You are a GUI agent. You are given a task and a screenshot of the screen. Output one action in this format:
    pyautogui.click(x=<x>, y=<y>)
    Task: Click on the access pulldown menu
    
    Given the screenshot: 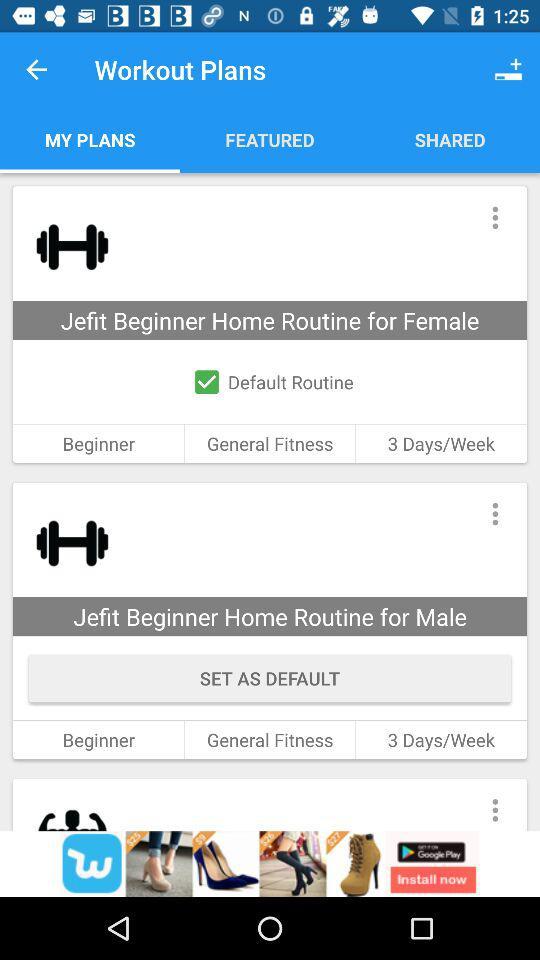 What is the action you would take?
    pyautogui.click(x=494, y=217)
    